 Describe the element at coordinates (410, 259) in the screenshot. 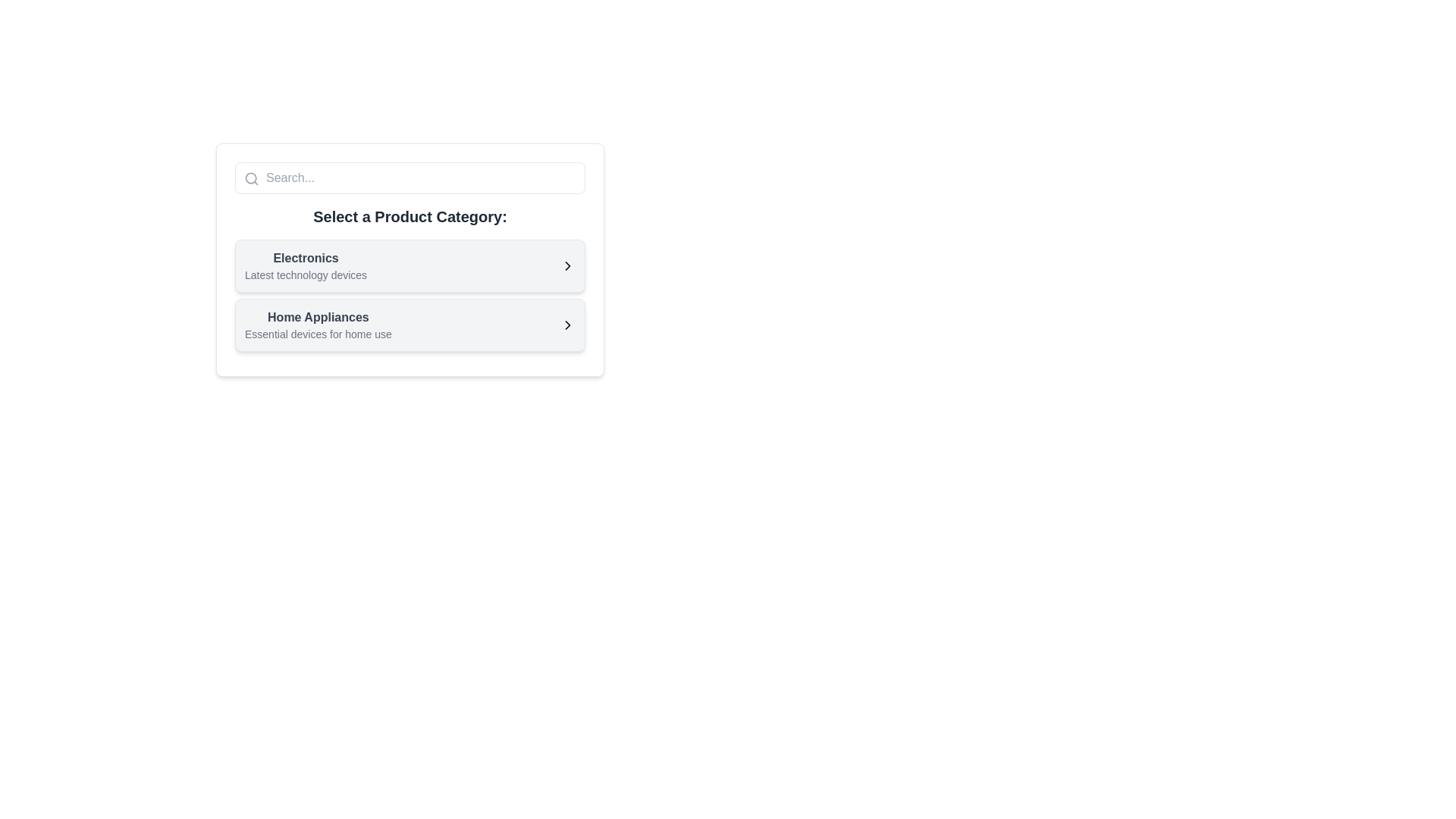

I see `the 'Electronics' category selection card, which is the first card in the 'Select a Product Category' section` at that location.